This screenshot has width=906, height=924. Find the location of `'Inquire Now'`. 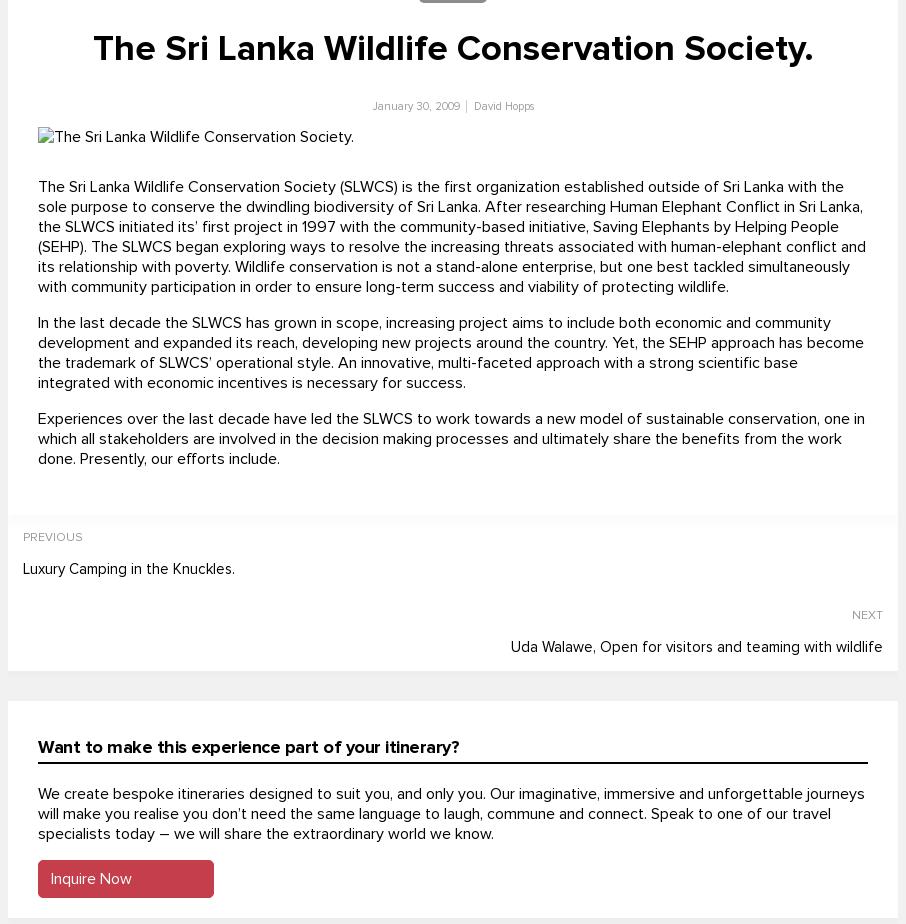

'Inquire Now' is located at coordinates (90, 879).